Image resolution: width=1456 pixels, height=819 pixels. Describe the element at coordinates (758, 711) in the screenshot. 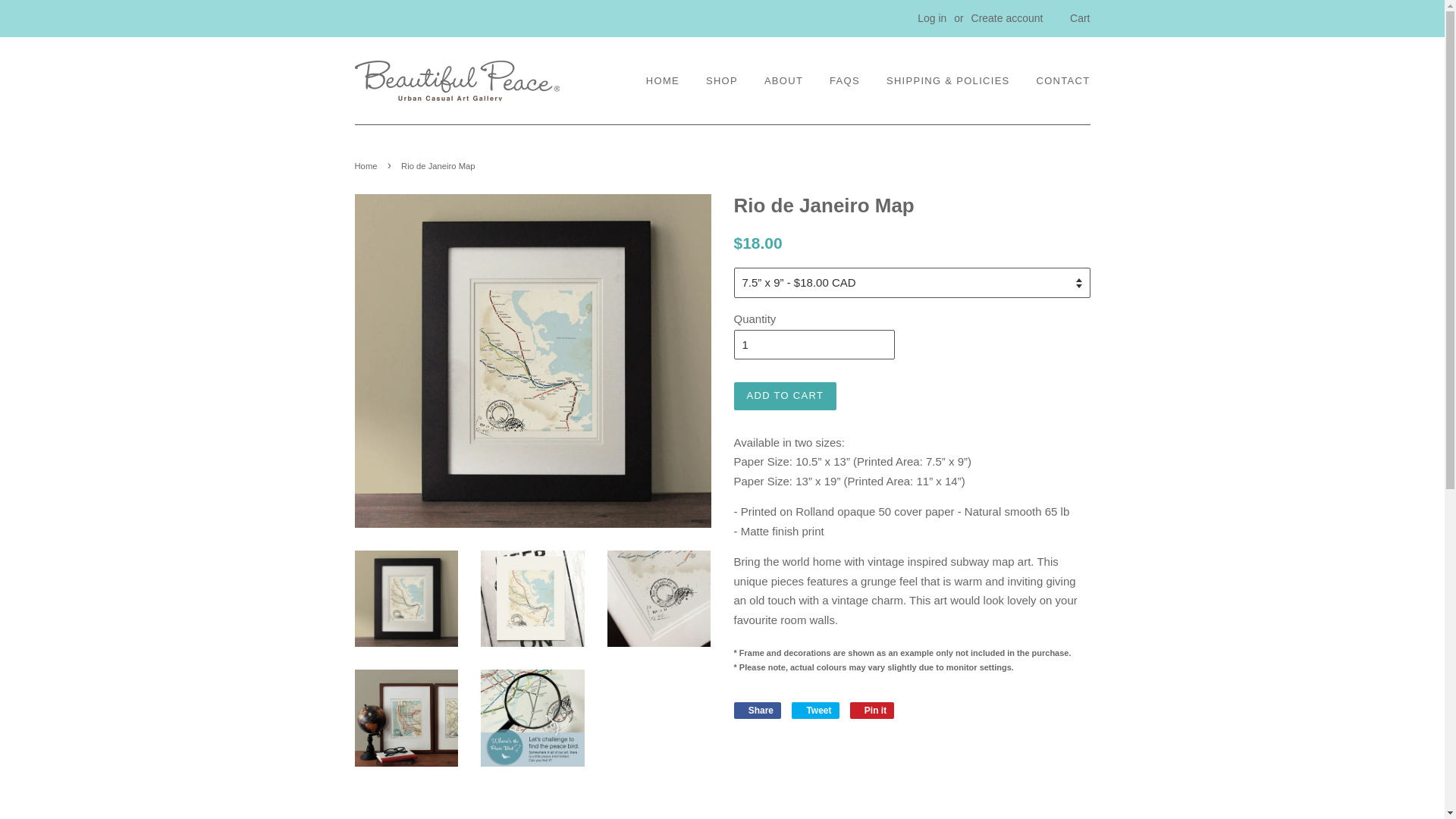

I see `'Share` at that location.